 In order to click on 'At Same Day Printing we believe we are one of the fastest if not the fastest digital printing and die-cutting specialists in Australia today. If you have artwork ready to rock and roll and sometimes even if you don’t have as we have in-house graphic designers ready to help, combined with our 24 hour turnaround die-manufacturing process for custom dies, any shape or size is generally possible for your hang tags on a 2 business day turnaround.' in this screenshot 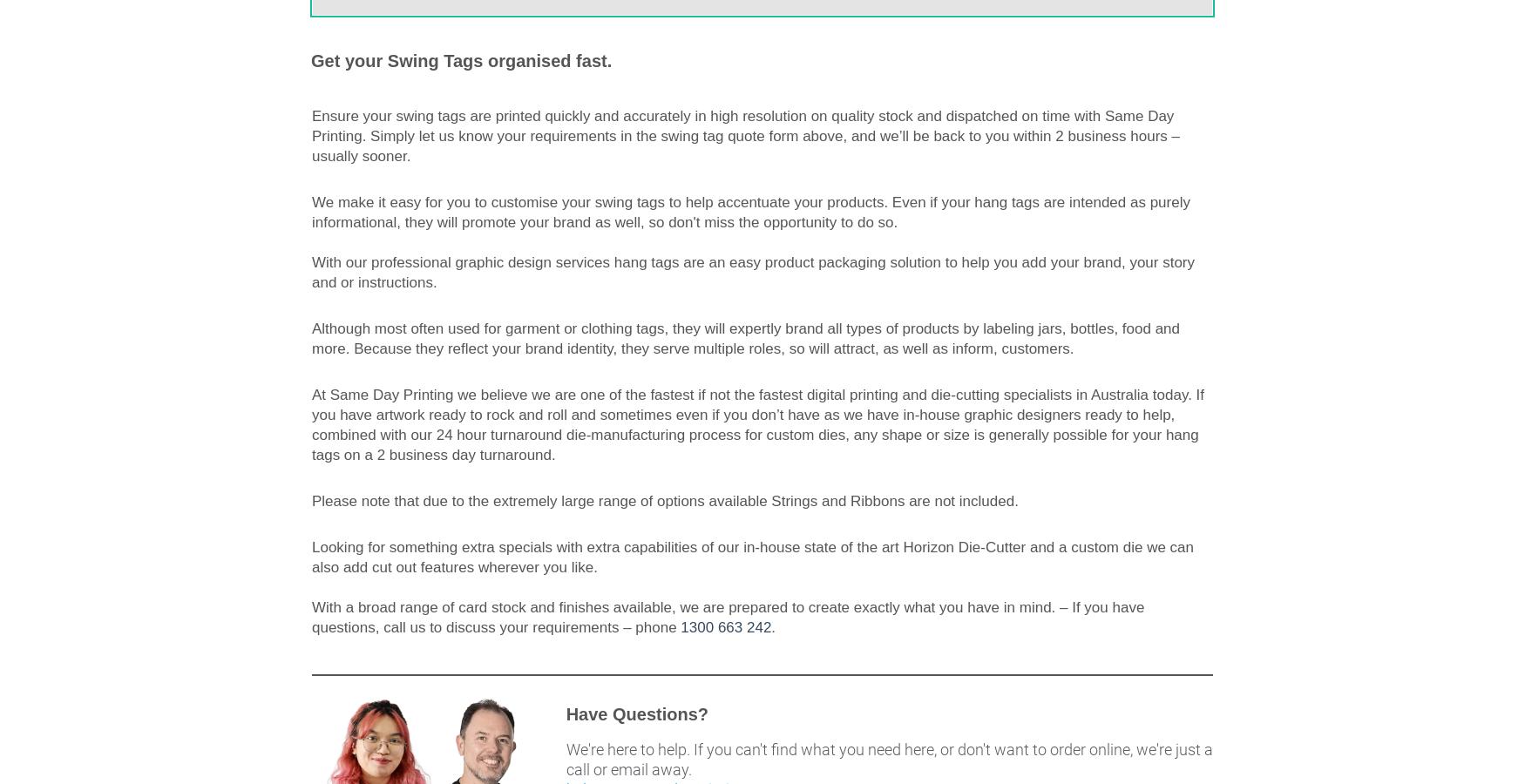, I will do `click(757, 423)`.